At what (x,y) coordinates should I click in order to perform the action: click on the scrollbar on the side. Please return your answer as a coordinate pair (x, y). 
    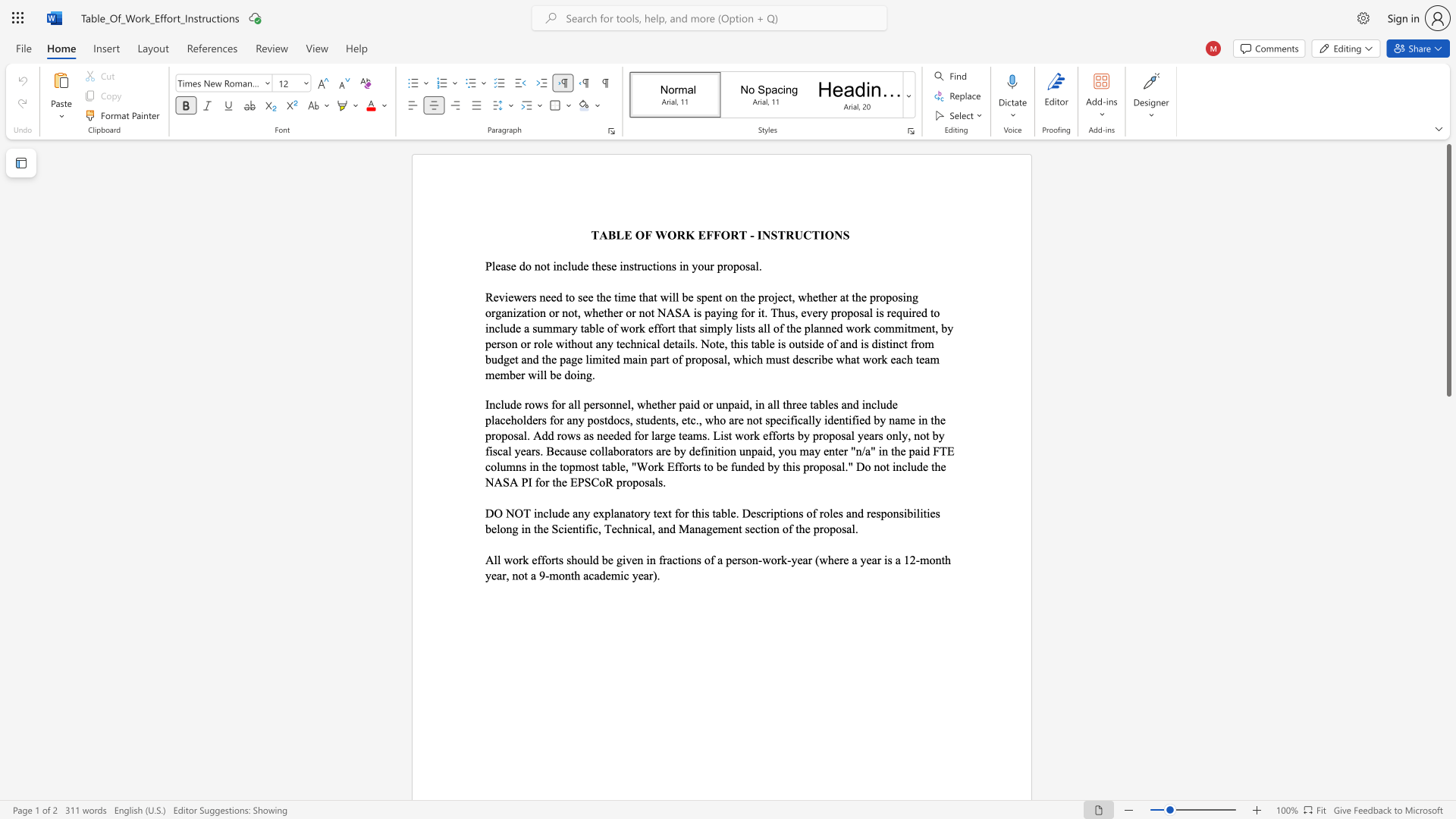
    Looking at the image, I should click on (1448, 666).